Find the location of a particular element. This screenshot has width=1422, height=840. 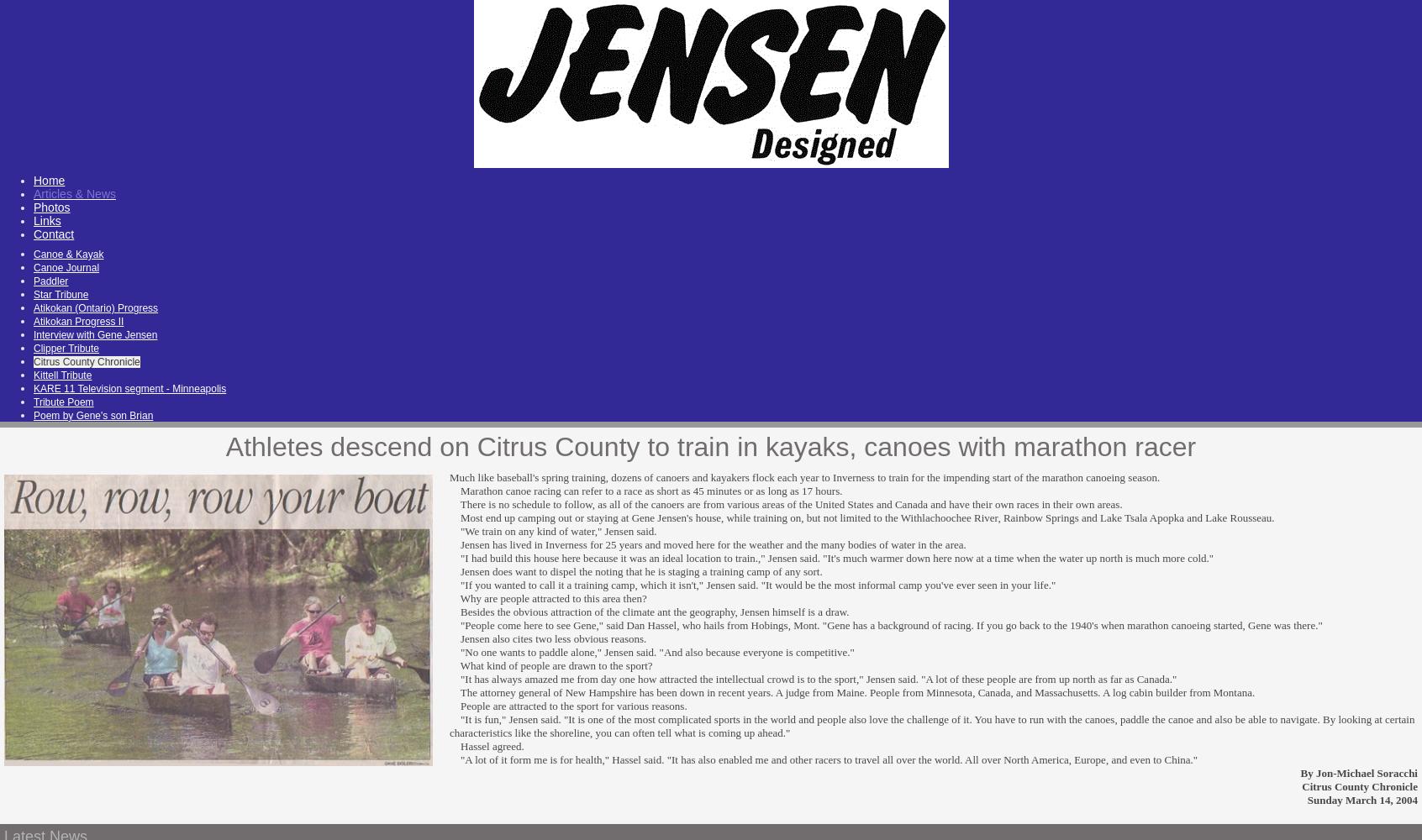

'Articles & News' is located at coordinates (32, 193).